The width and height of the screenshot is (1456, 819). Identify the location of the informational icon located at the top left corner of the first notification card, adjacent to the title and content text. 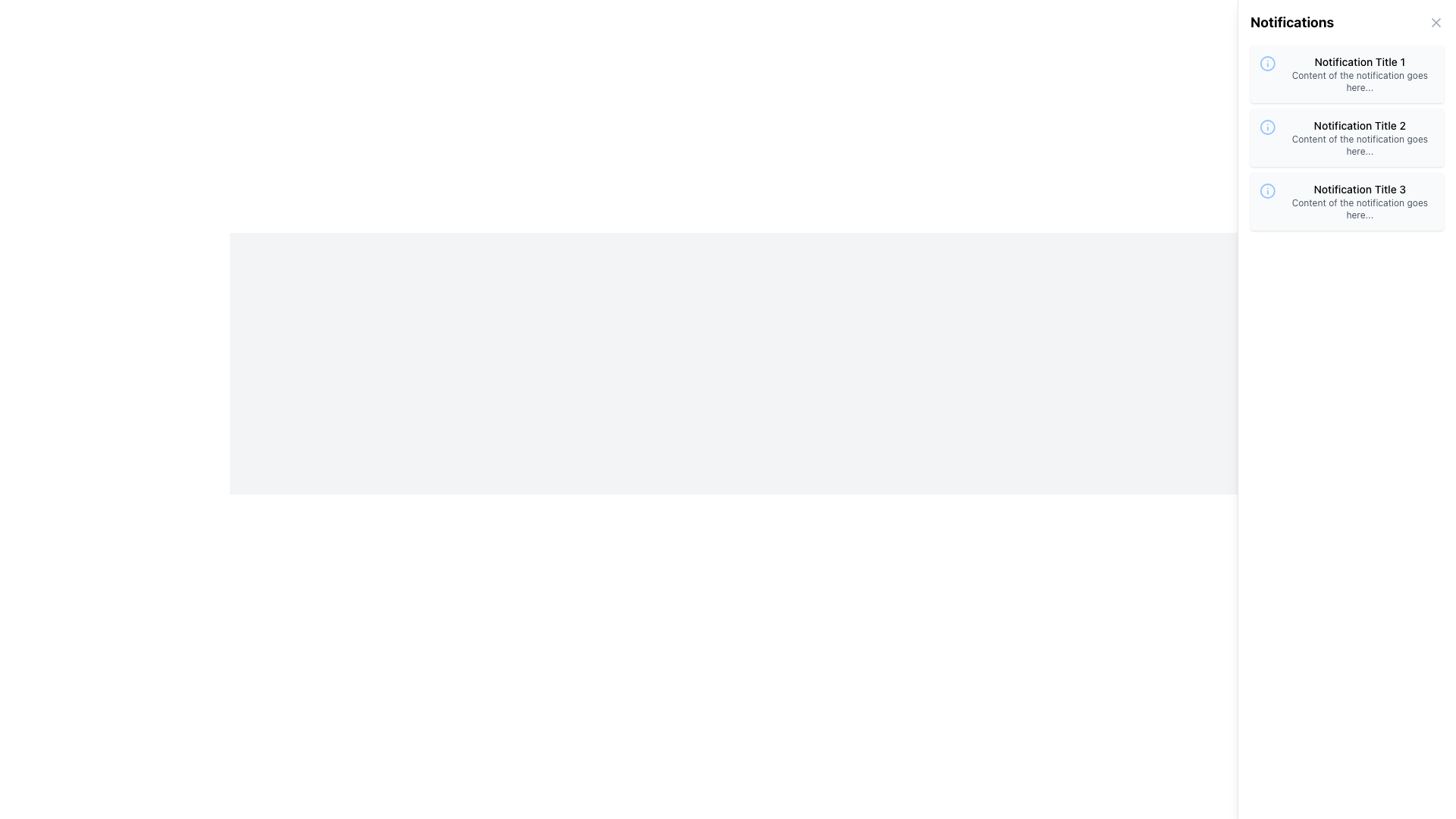
(1267, 63).